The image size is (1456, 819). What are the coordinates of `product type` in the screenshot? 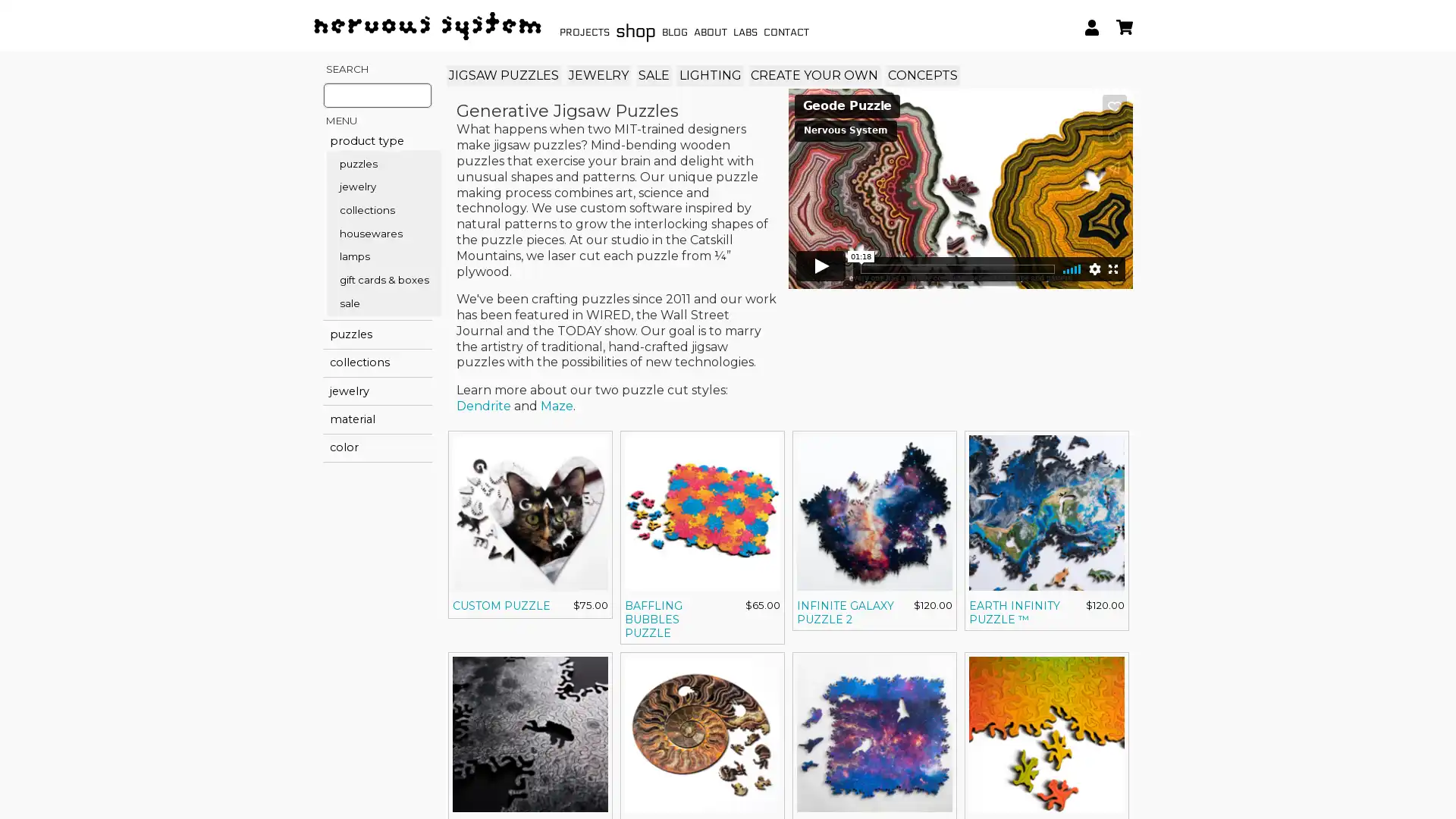 It's located at (377, 140).